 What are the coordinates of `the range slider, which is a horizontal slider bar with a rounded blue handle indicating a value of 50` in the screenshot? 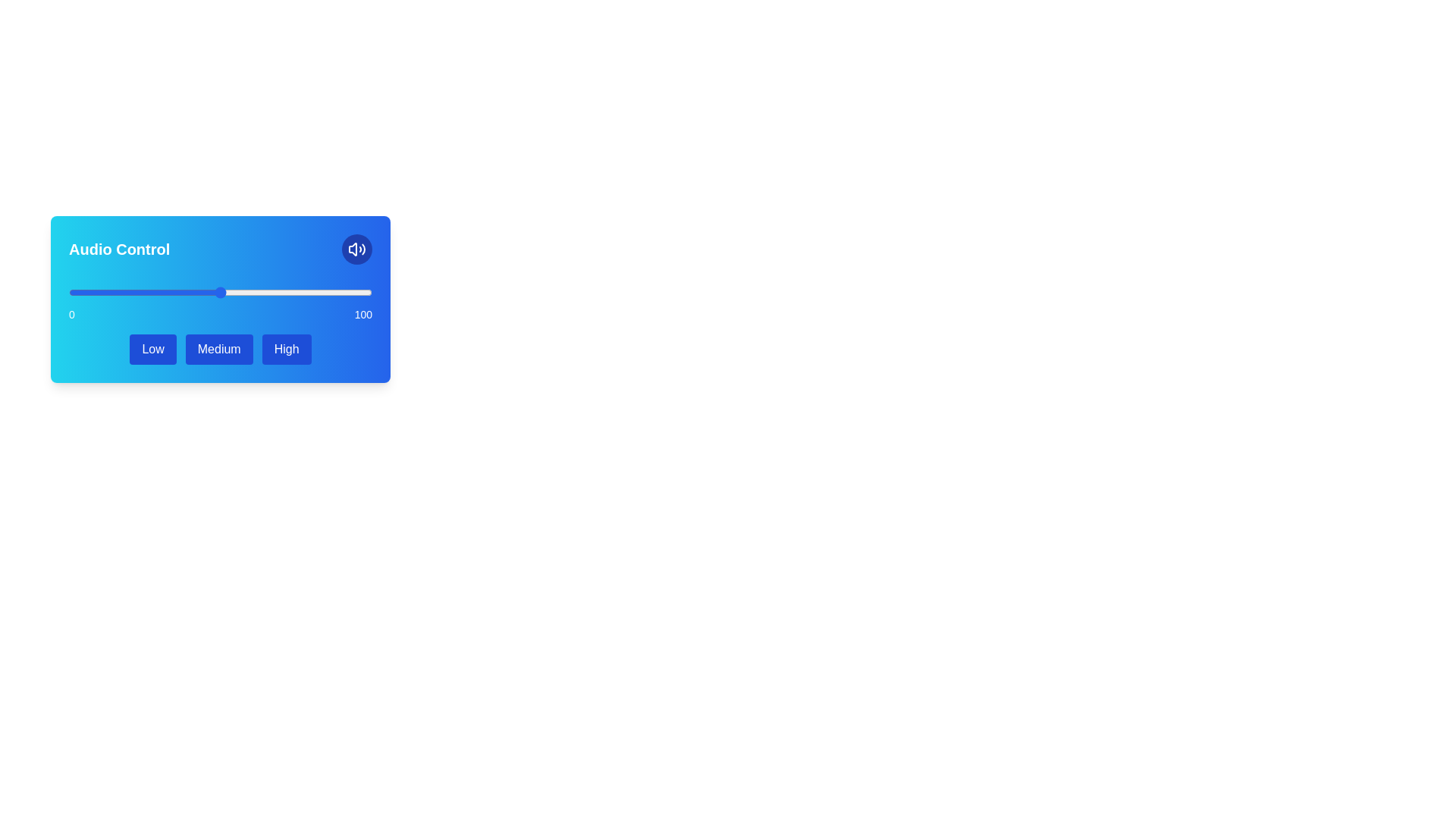 It's located at (220, 292).